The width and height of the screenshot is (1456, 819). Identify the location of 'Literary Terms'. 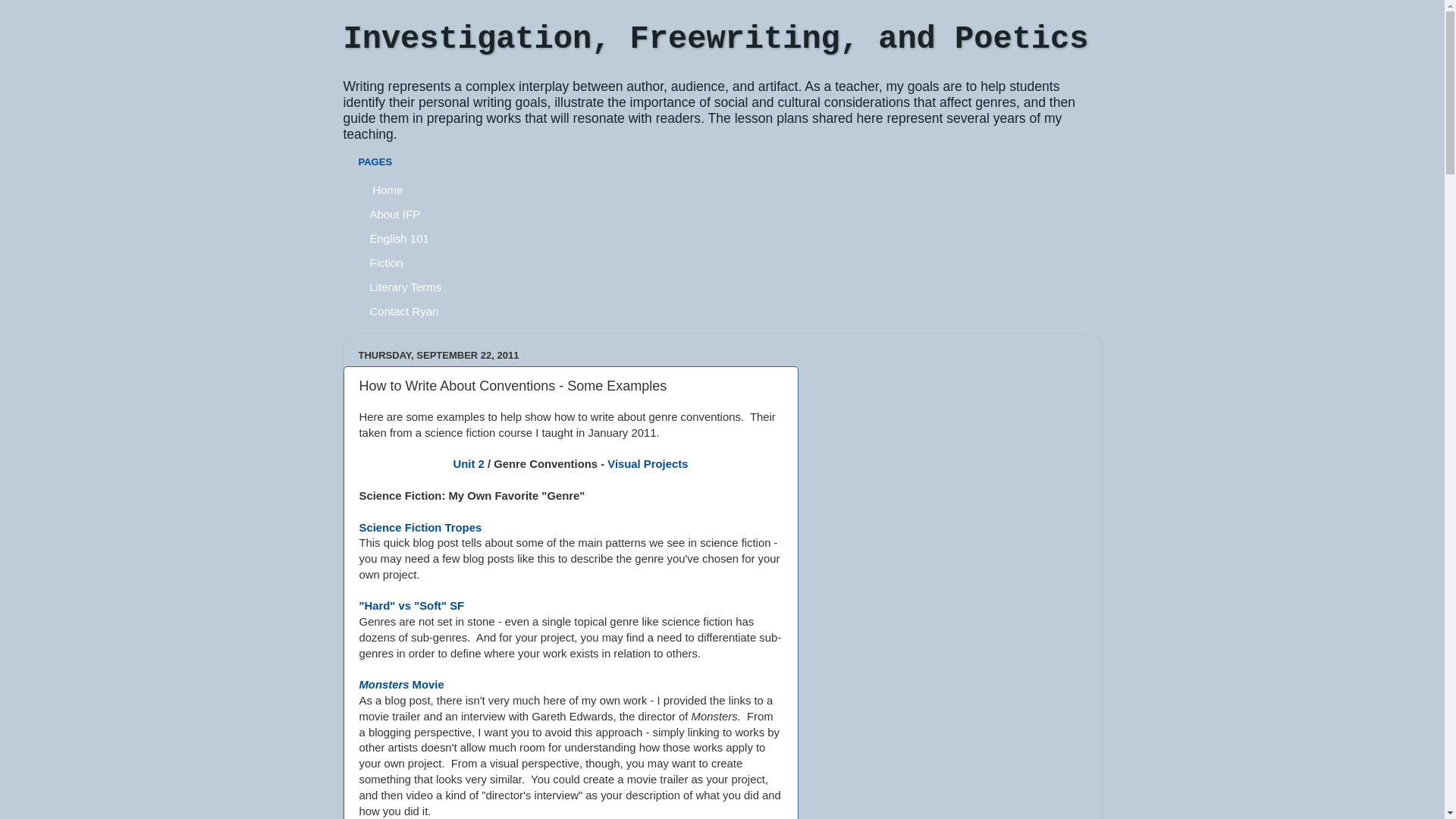
(405, 287).